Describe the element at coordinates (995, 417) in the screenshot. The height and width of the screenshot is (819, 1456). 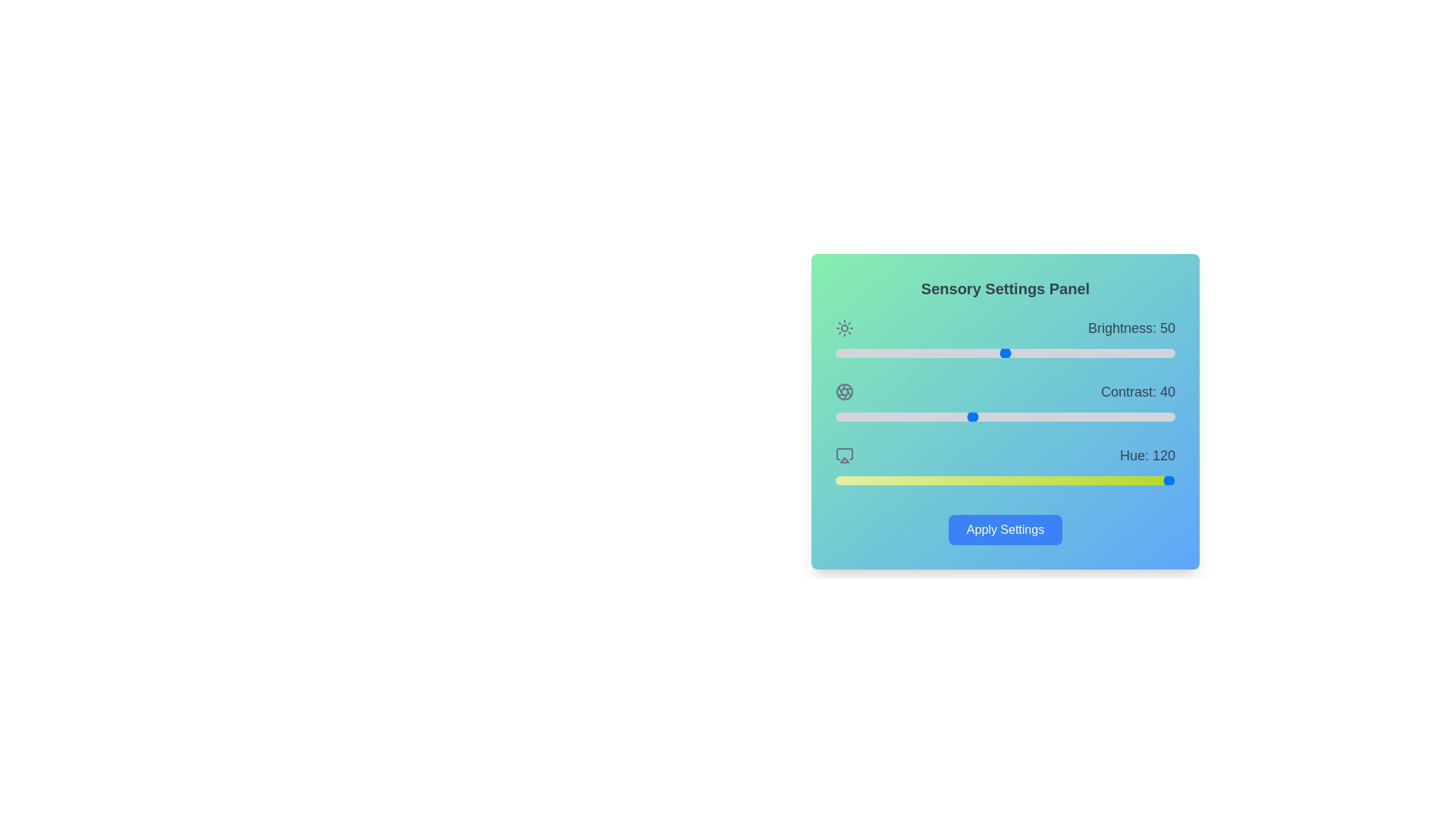
I see `the contrast slider to 47` at that location.